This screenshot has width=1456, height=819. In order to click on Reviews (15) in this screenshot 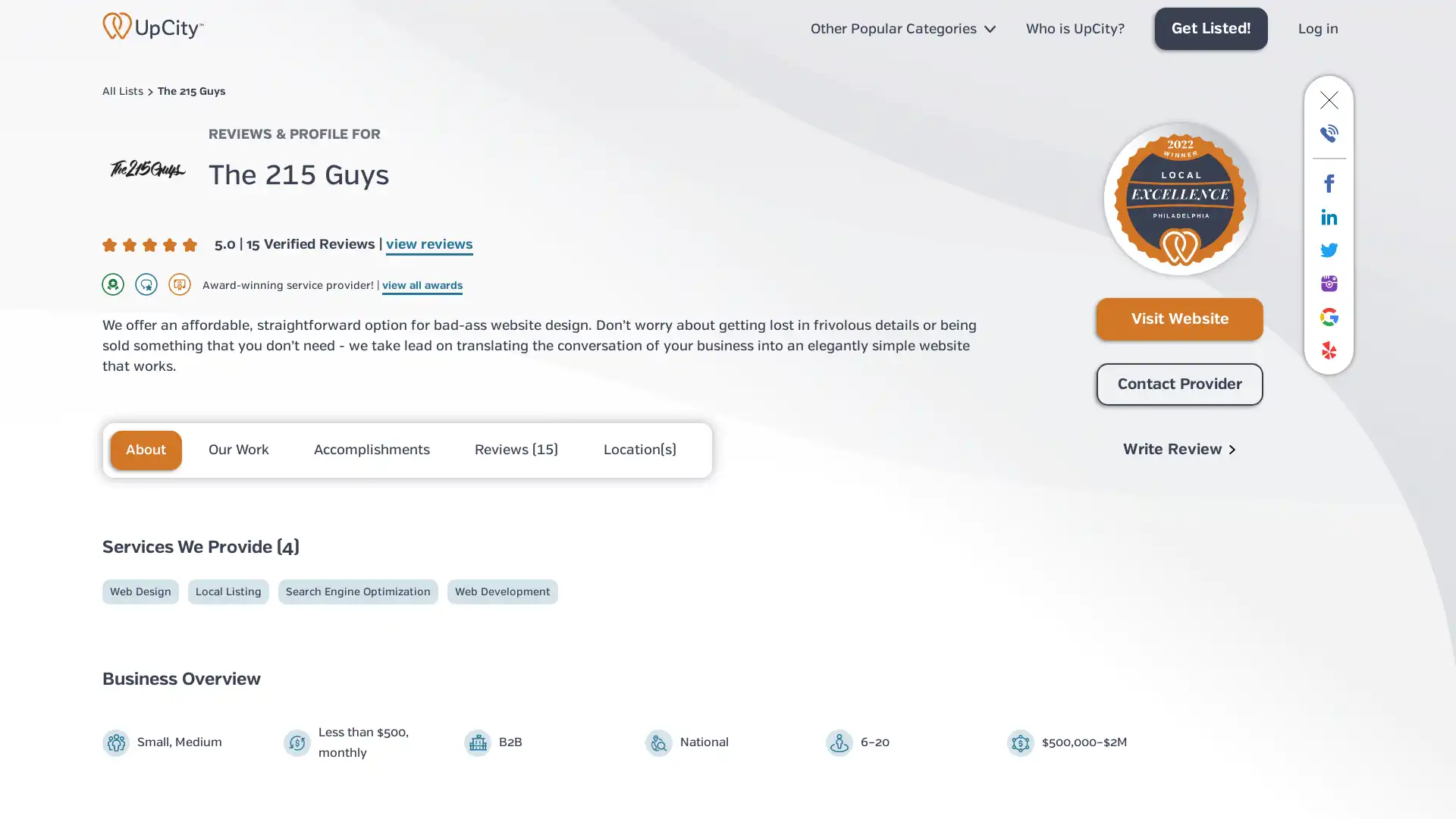, I will do `click(518, 449)`.